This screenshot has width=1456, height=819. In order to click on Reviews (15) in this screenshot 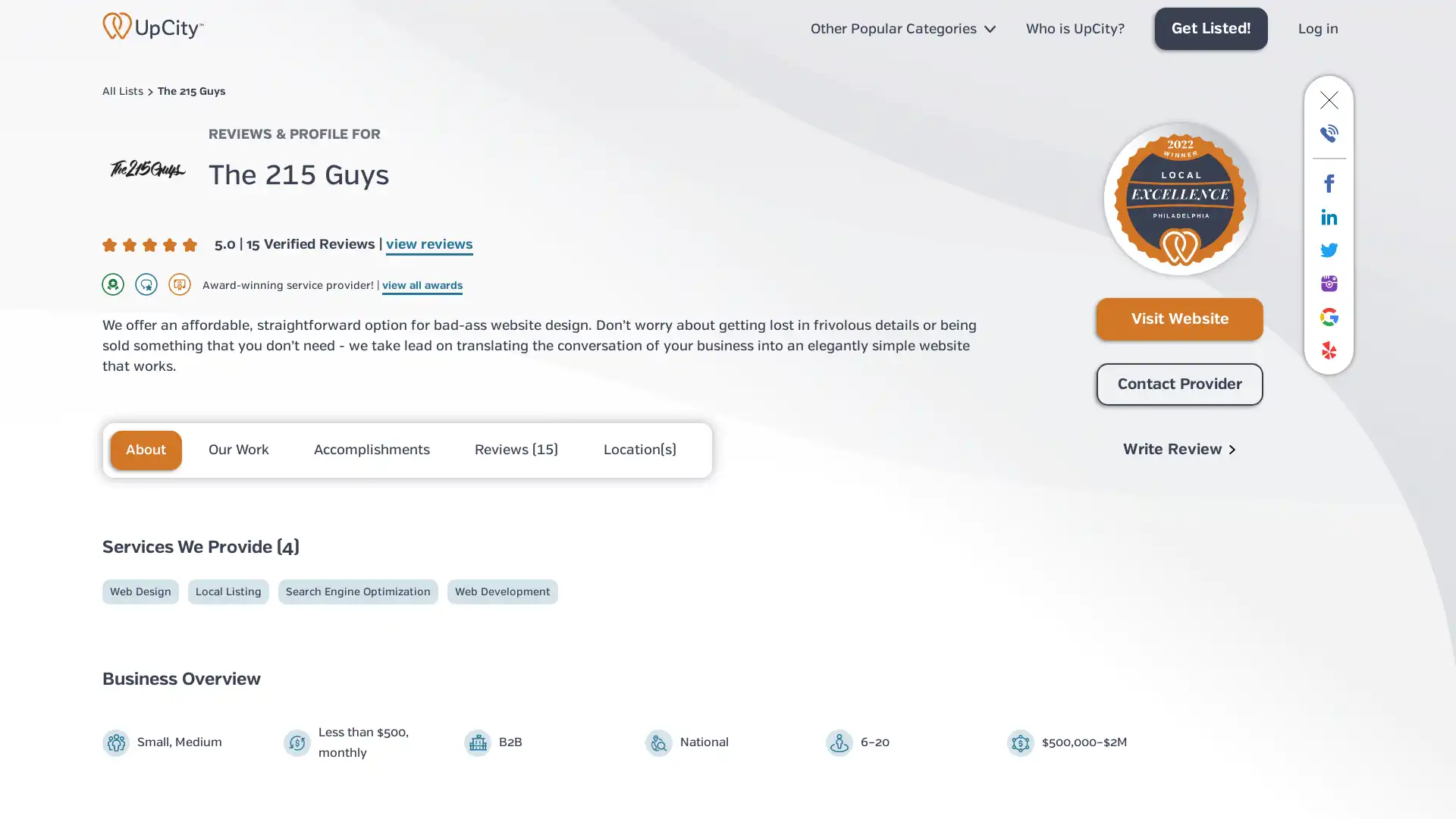, I will do `click(518, 449)`.